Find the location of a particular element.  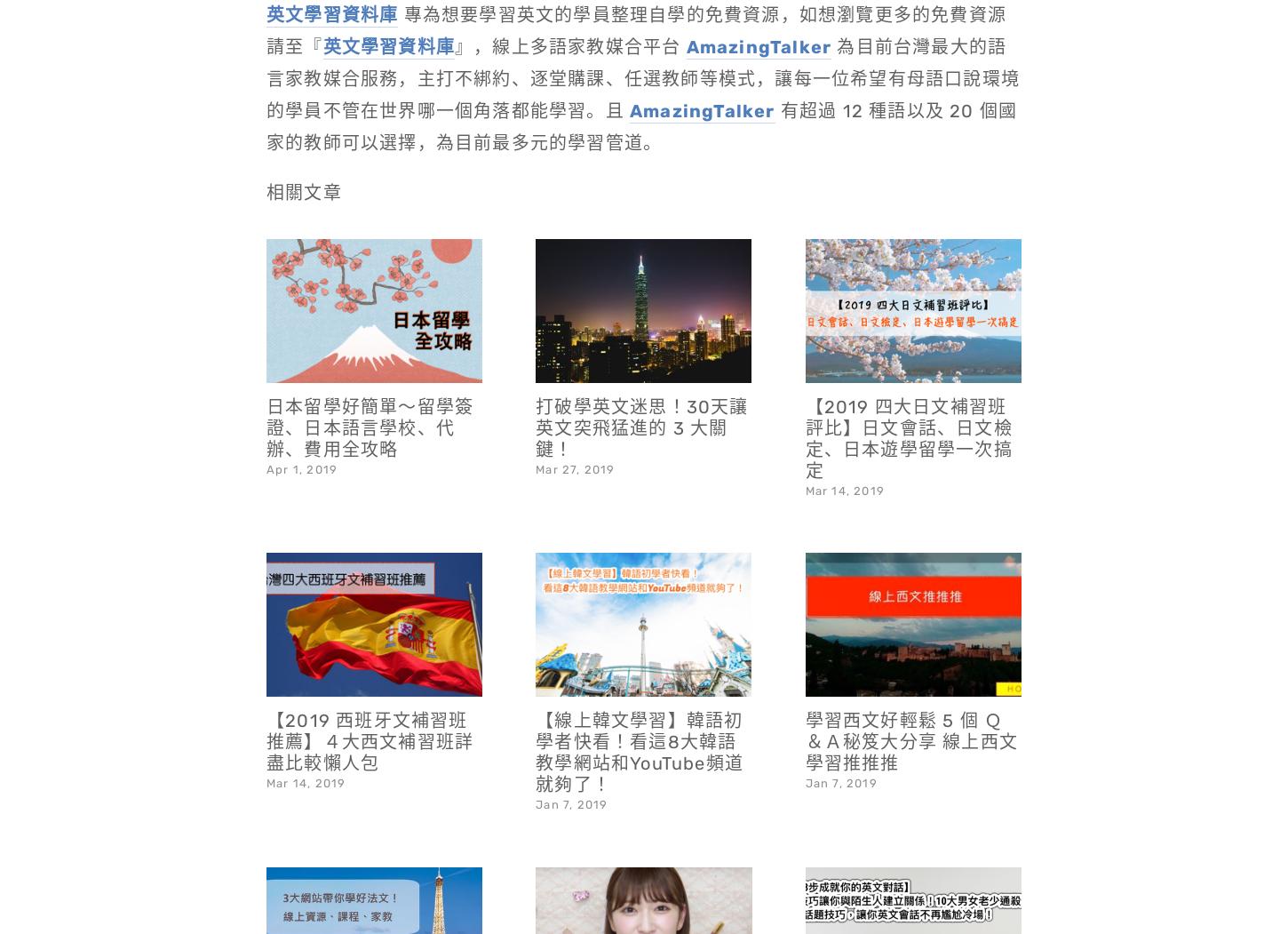

'【2019 四大日文補習班評比】日文會話、日文檢定、日本遊學留學一次搞定' is located at coordinates (908, 393).